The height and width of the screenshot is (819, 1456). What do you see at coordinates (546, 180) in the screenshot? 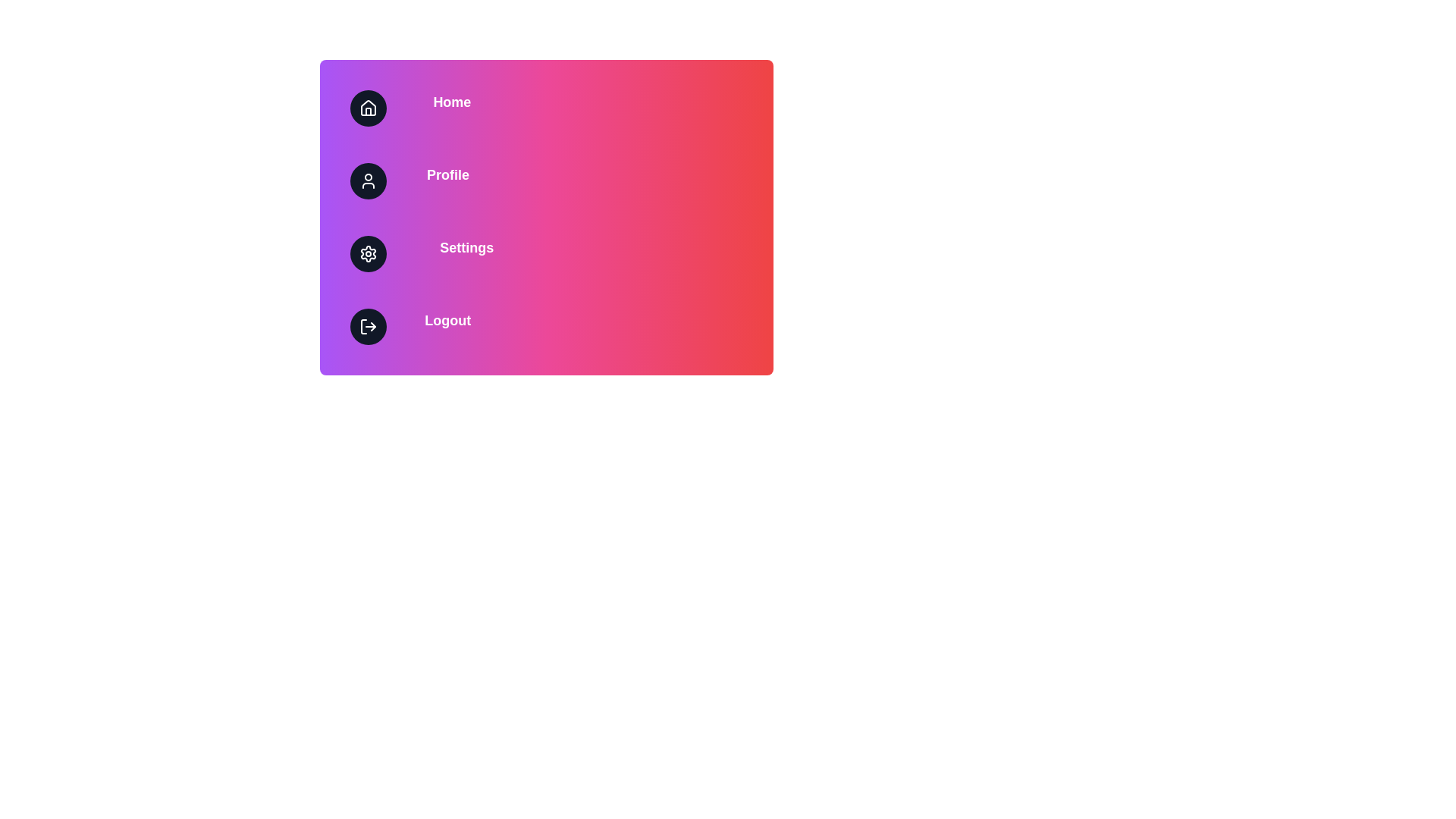
I see `the menu item labeled Profile to perform its associated action` at bounding box center [546, 180].